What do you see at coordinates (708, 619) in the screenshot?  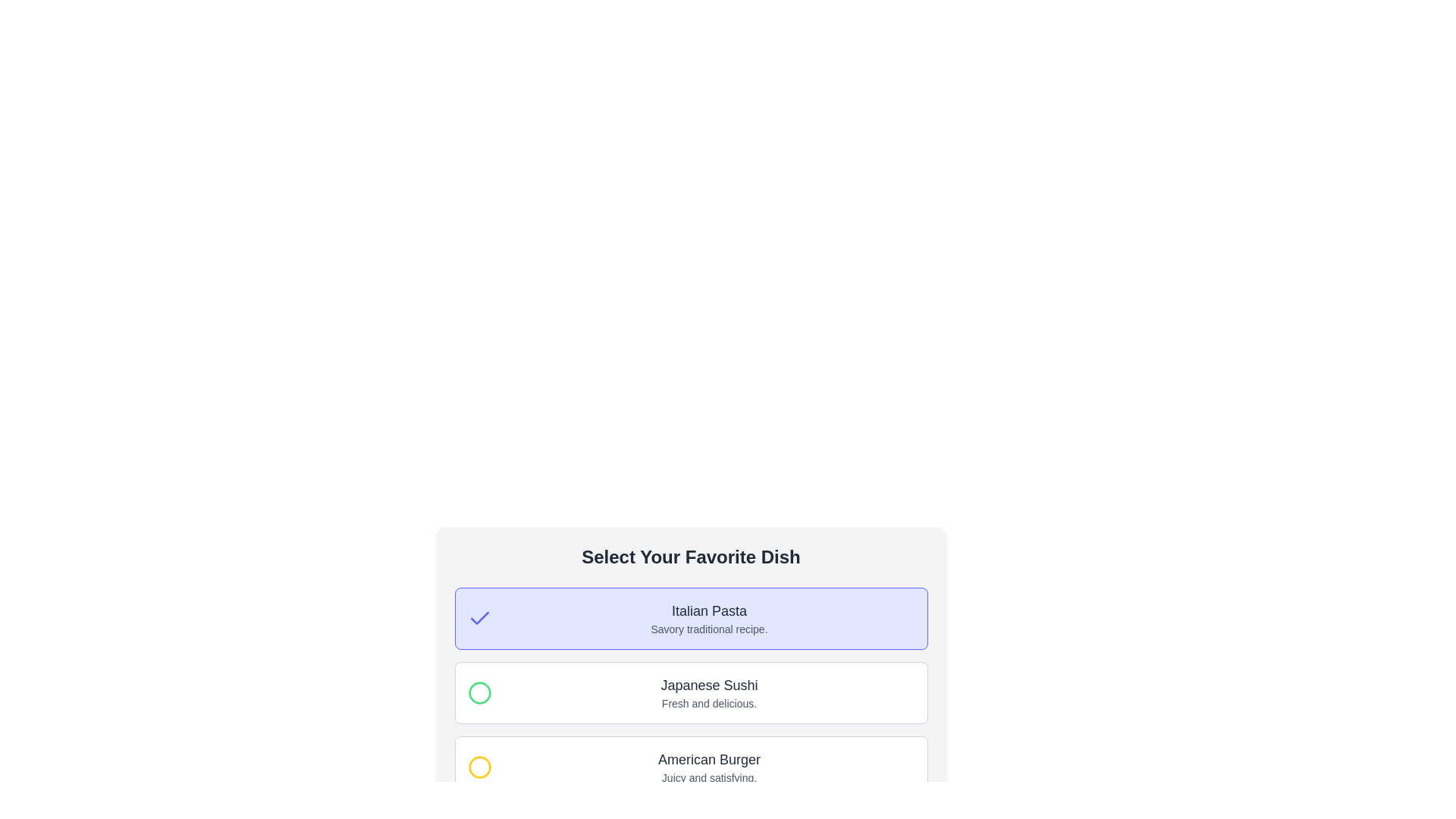 I see `the first selectable dish option text element` at bounding box center [708, 619].